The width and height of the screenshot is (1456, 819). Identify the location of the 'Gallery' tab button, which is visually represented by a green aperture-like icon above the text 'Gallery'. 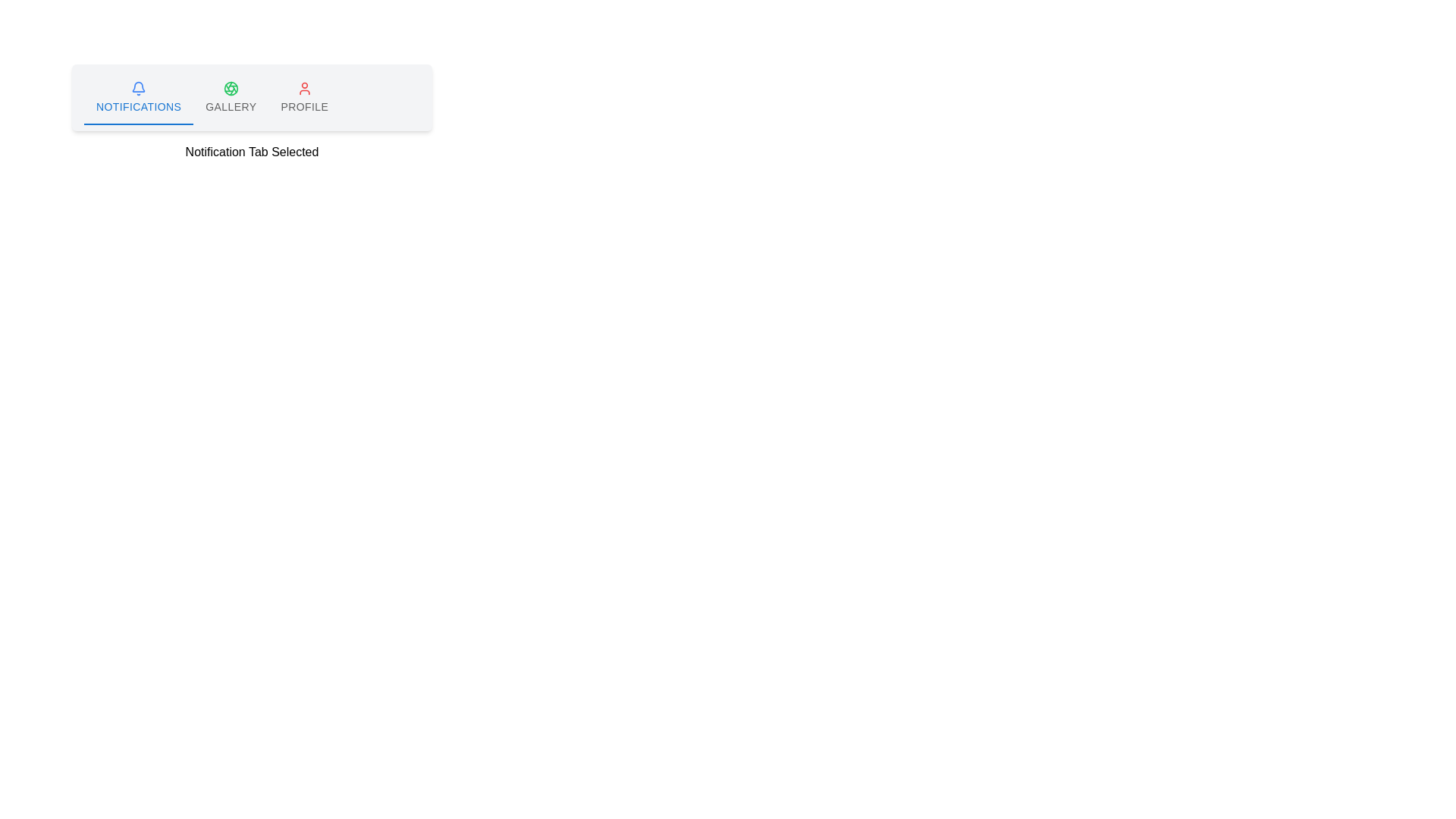
(230, 97).